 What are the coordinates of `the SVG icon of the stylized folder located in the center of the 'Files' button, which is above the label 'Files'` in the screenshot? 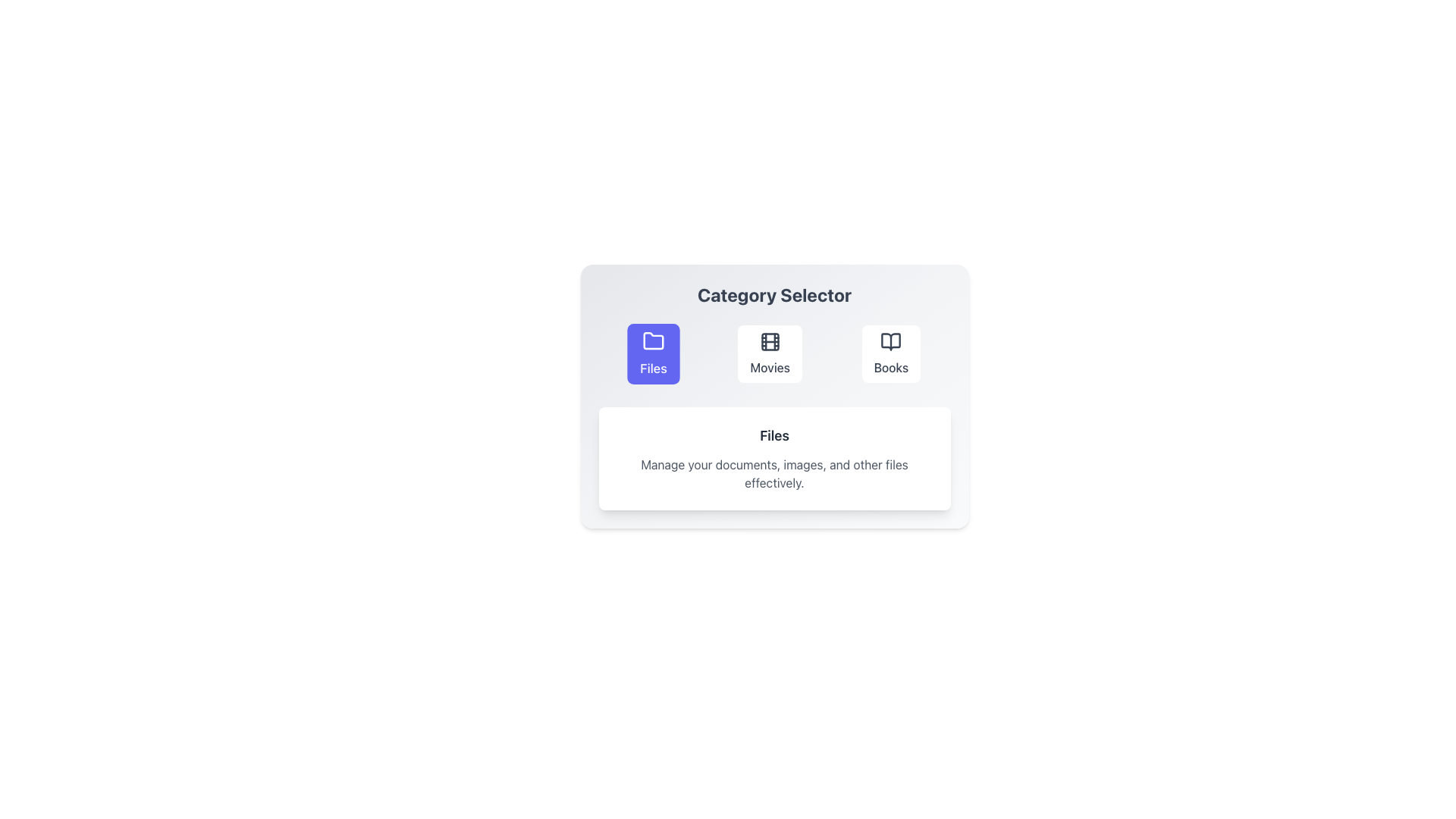 It's located at (653, 341).